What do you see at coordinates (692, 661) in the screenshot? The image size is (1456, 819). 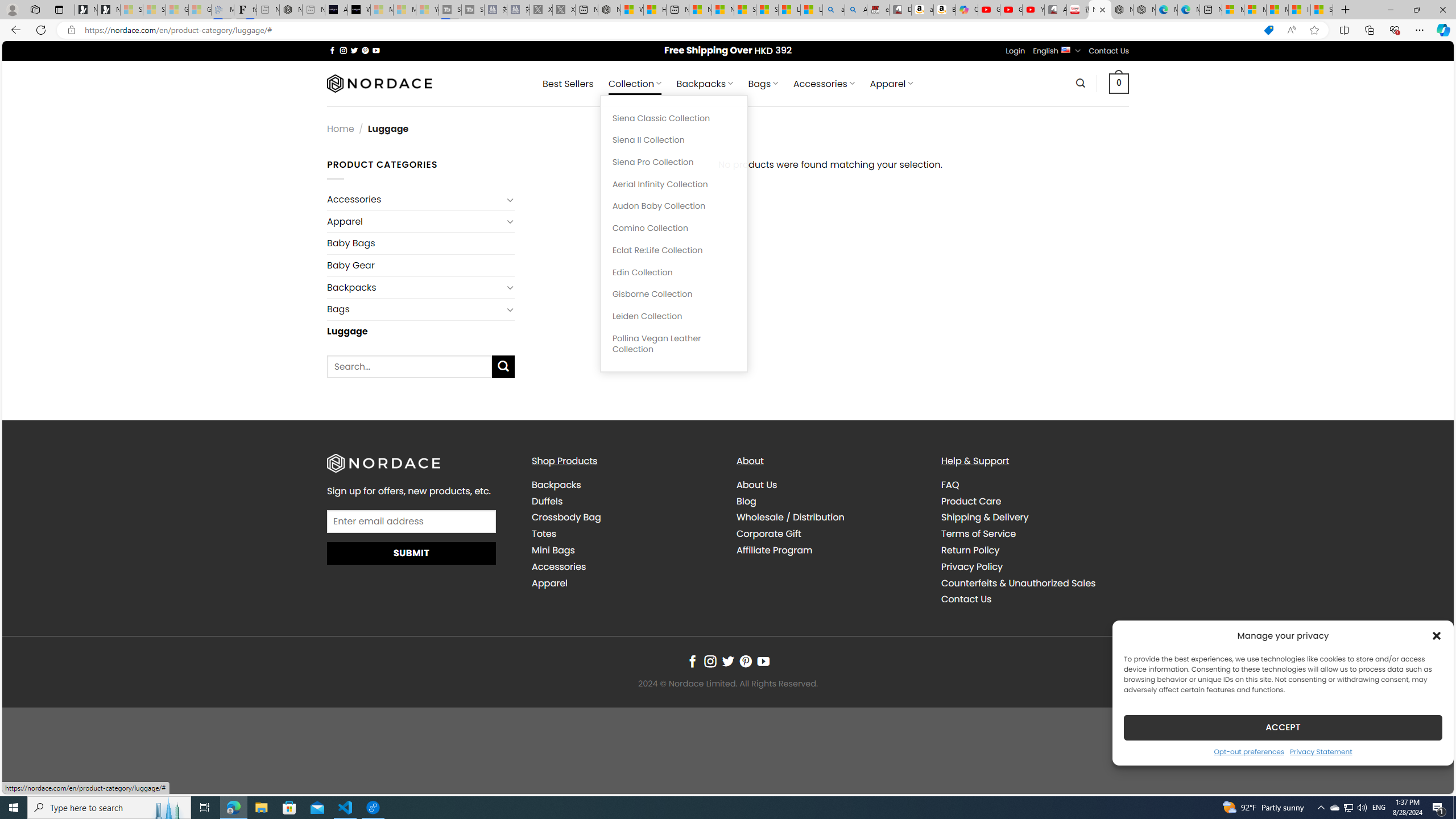 I see `'Follow on Facebook'` at bounding box center [692, 661].